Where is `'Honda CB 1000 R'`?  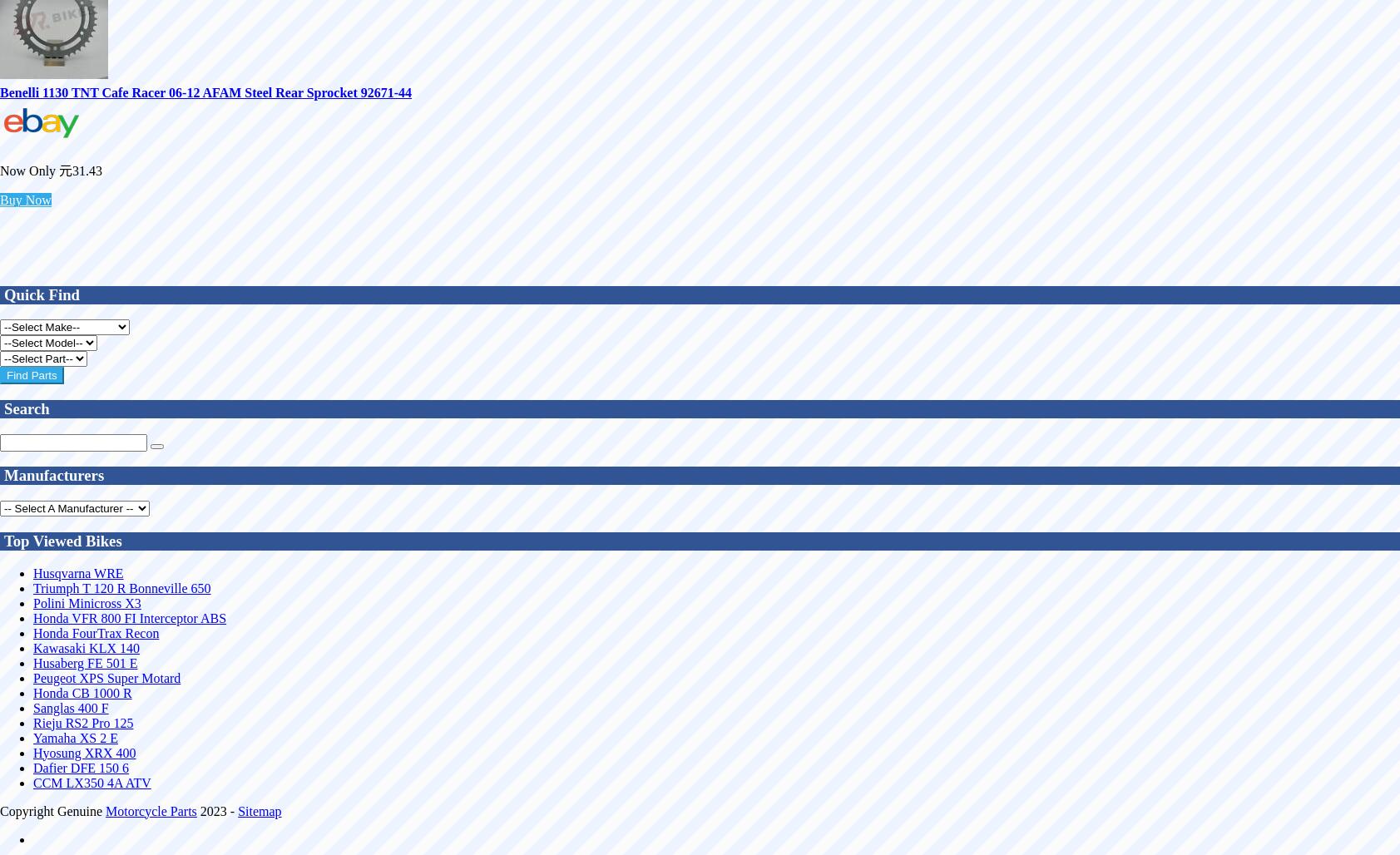
'Honda CB 1000 R' is located at coordinates (81, 692).